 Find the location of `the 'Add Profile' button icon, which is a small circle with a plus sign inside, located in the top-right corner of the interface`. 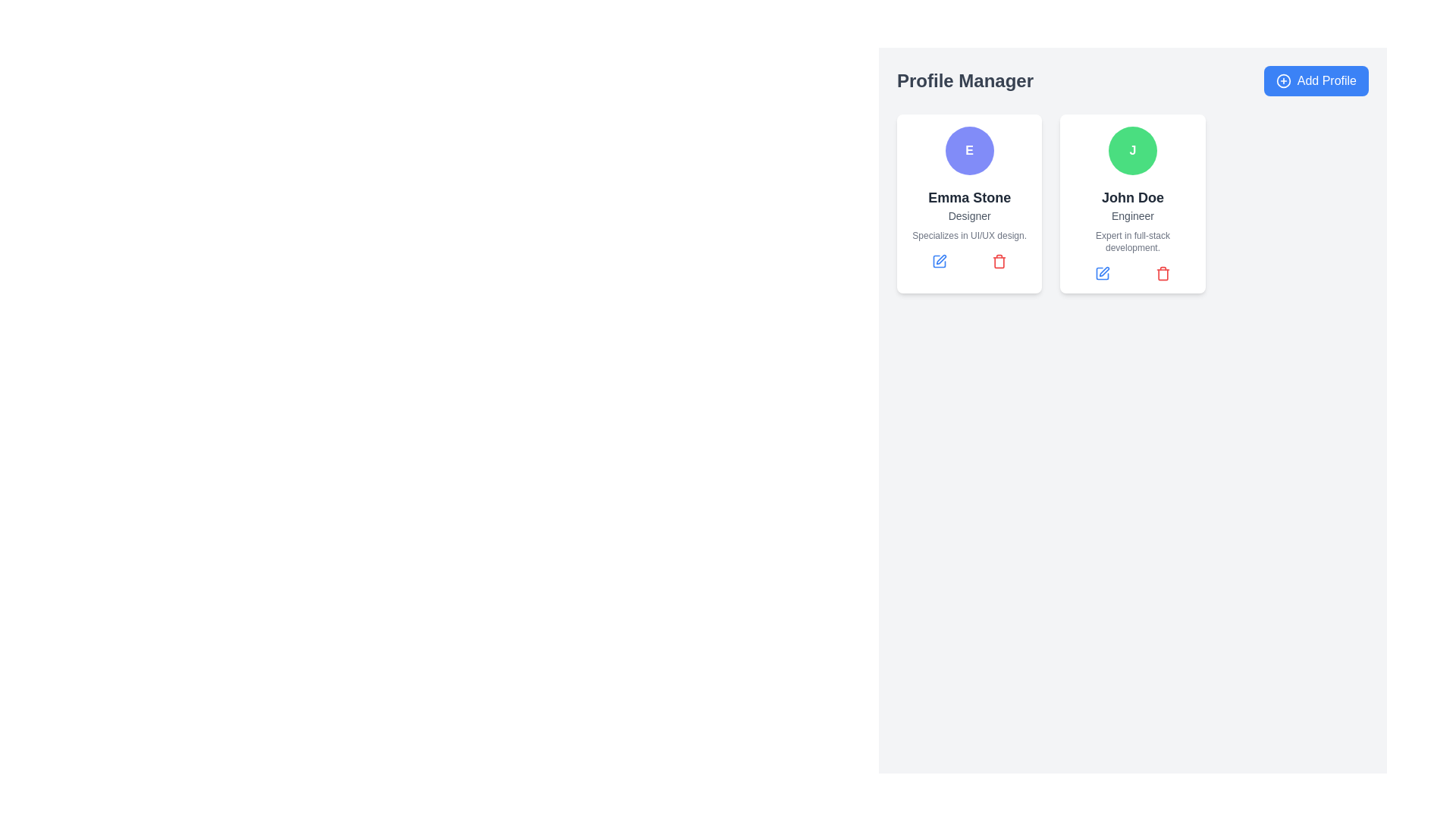

the 'Add Profile' button icon, which is a small circle with a plus sign inside, located in the top-right corner of the interface is located at coordinates (1282, 81).